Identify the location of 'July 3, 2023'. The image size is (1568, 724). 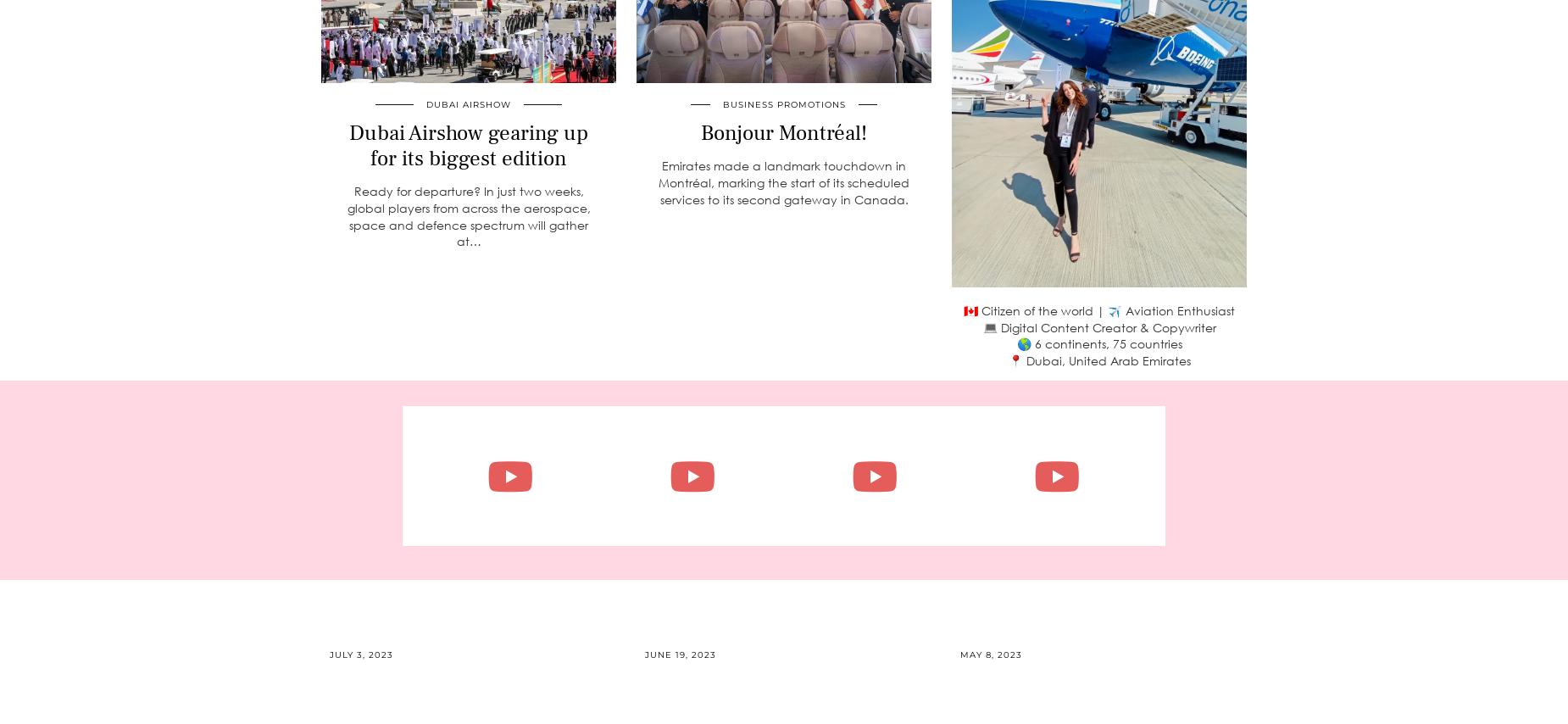
(360, 654).